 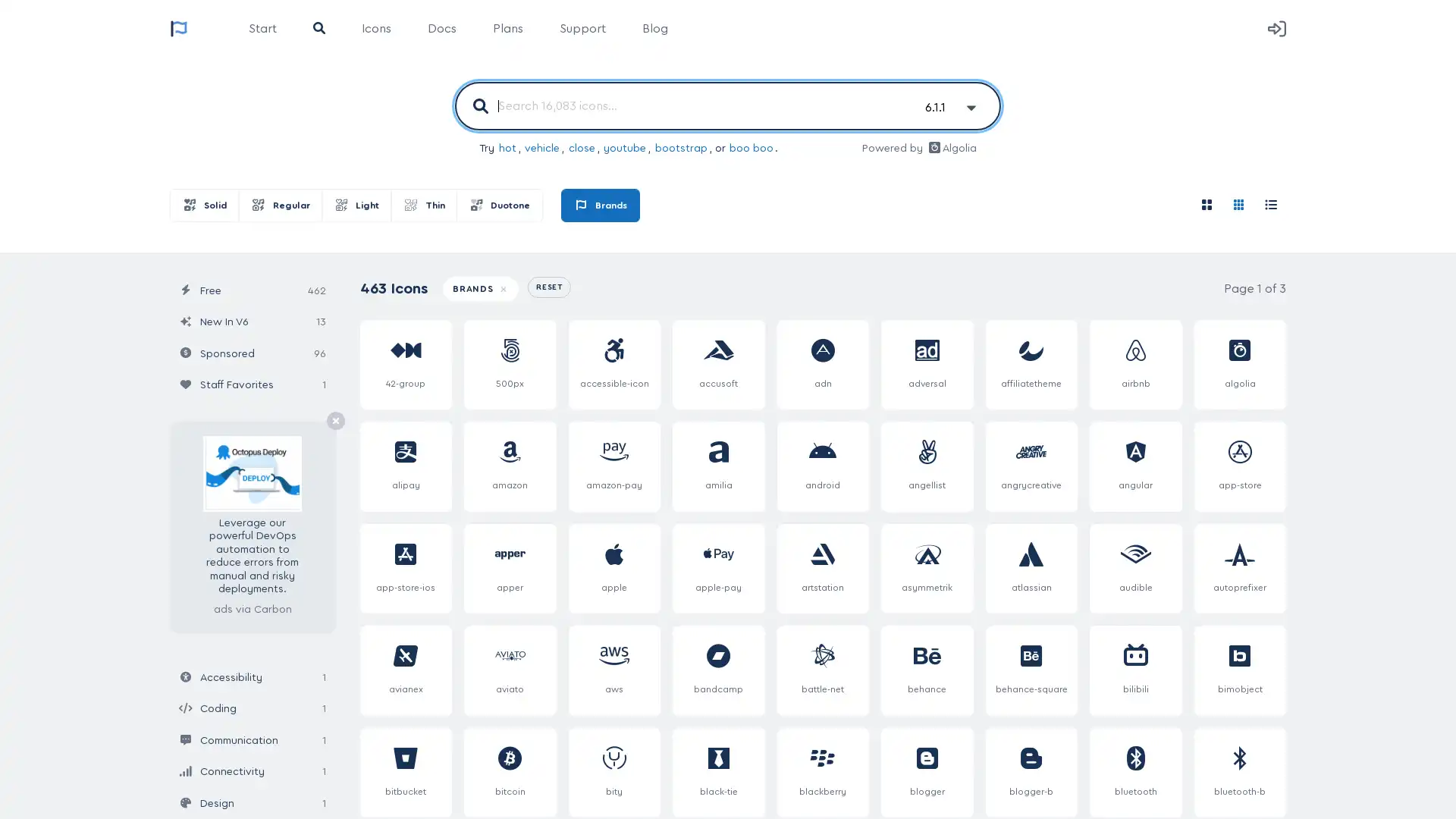 I want to click on 500px, so click(x=510, y=375).